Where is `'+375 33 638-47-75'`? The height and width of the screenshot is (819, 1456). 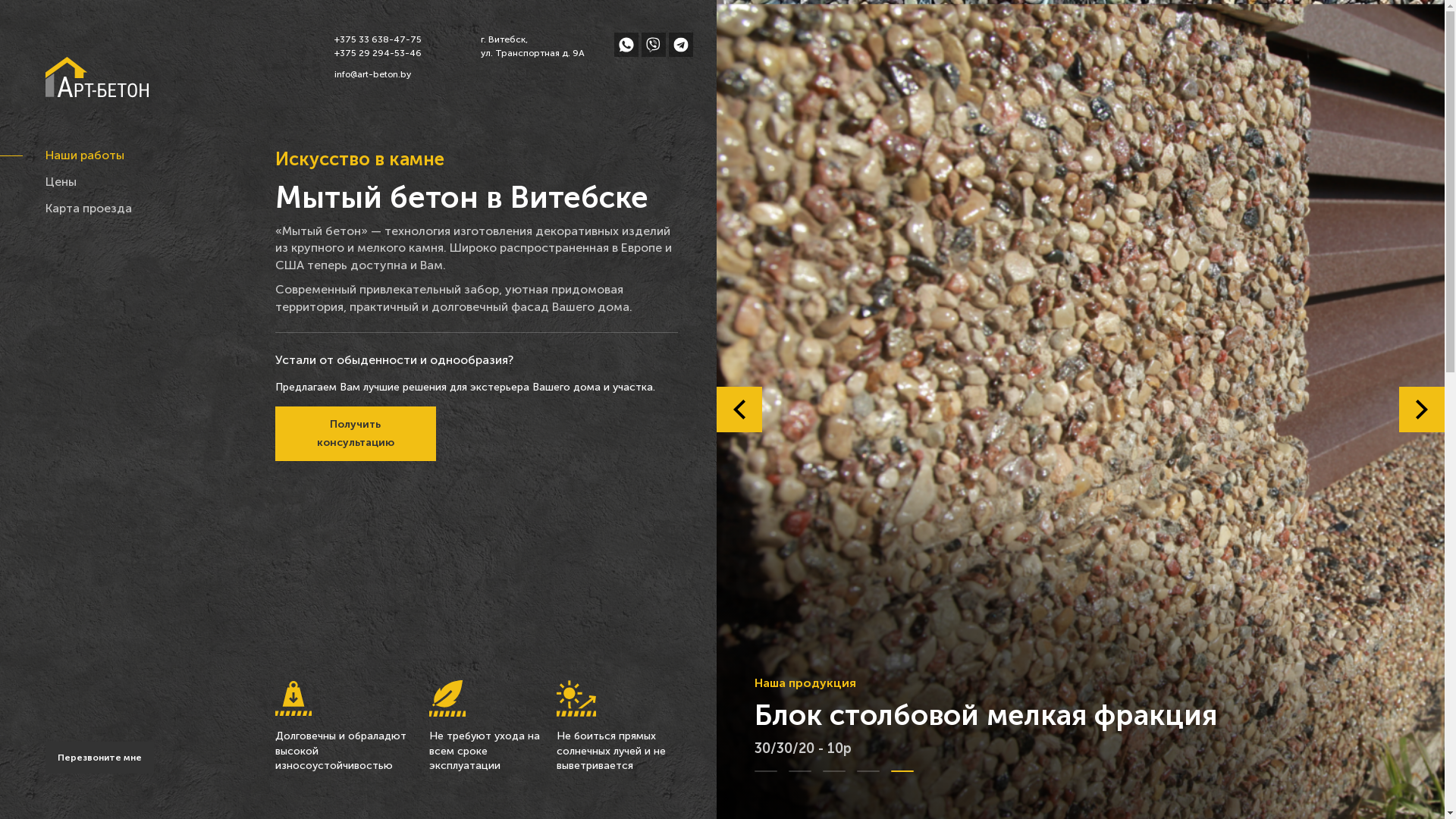
'+375 33 638-47-75' is located at coordinates (377, 38).